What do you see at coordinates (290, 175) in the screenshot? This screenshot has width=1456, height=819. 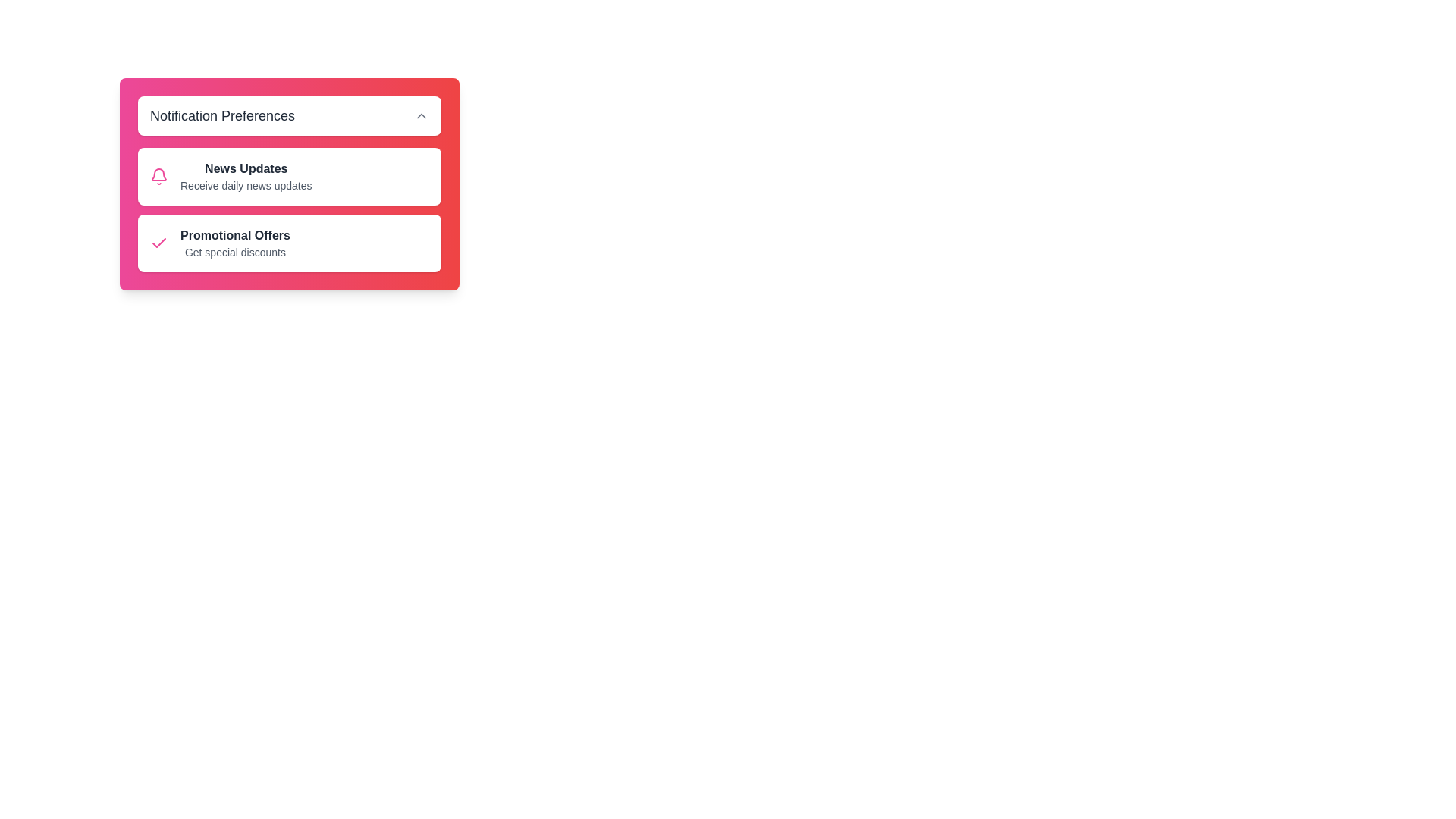 I see `the notification option News Updates` at bounding box center [290, 175].